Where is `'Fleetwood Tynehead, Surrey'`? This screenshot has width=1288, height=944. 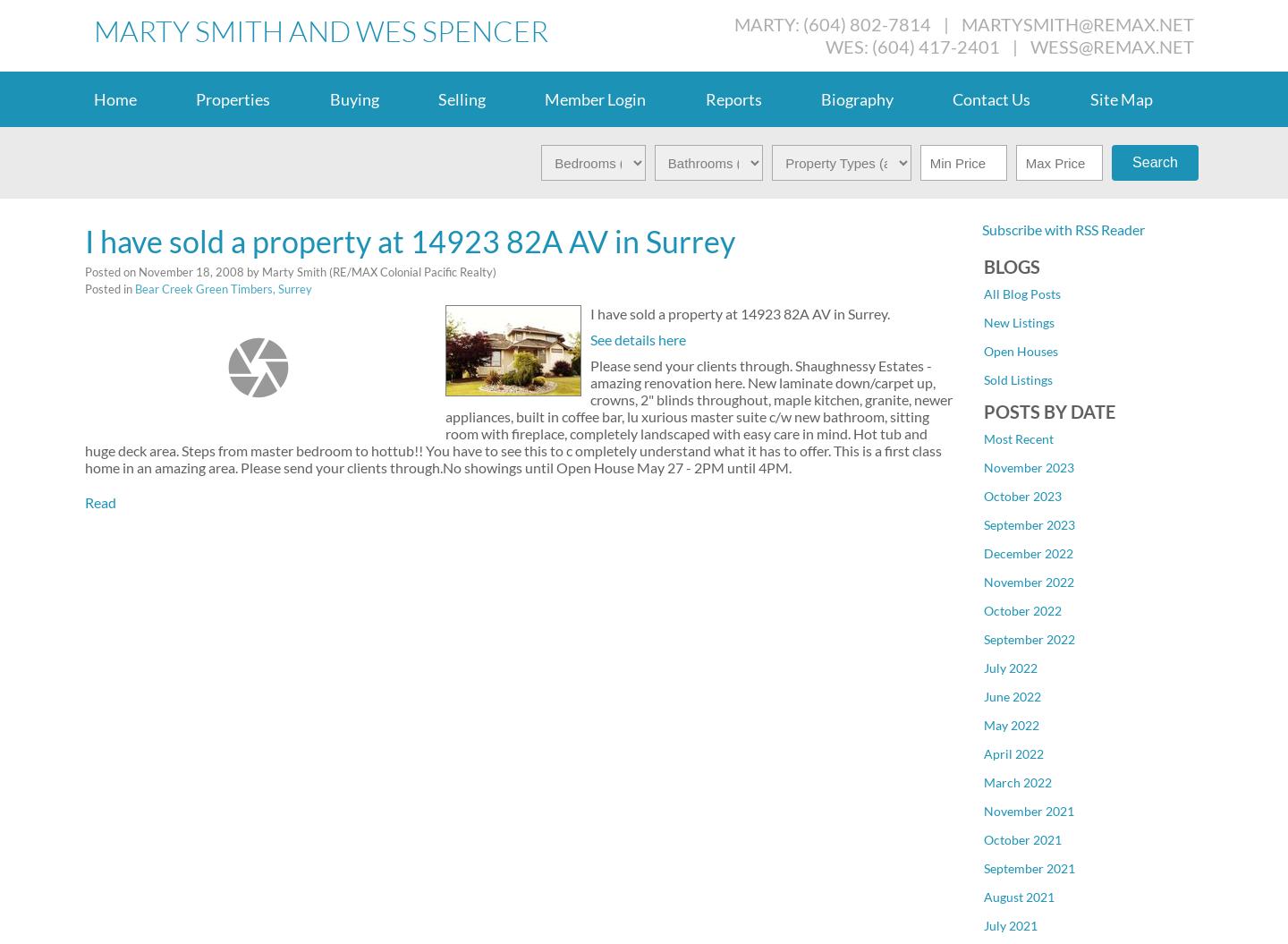
'Fleetwood Tynehead, Surrey' is located at coordinates (1062, 480).